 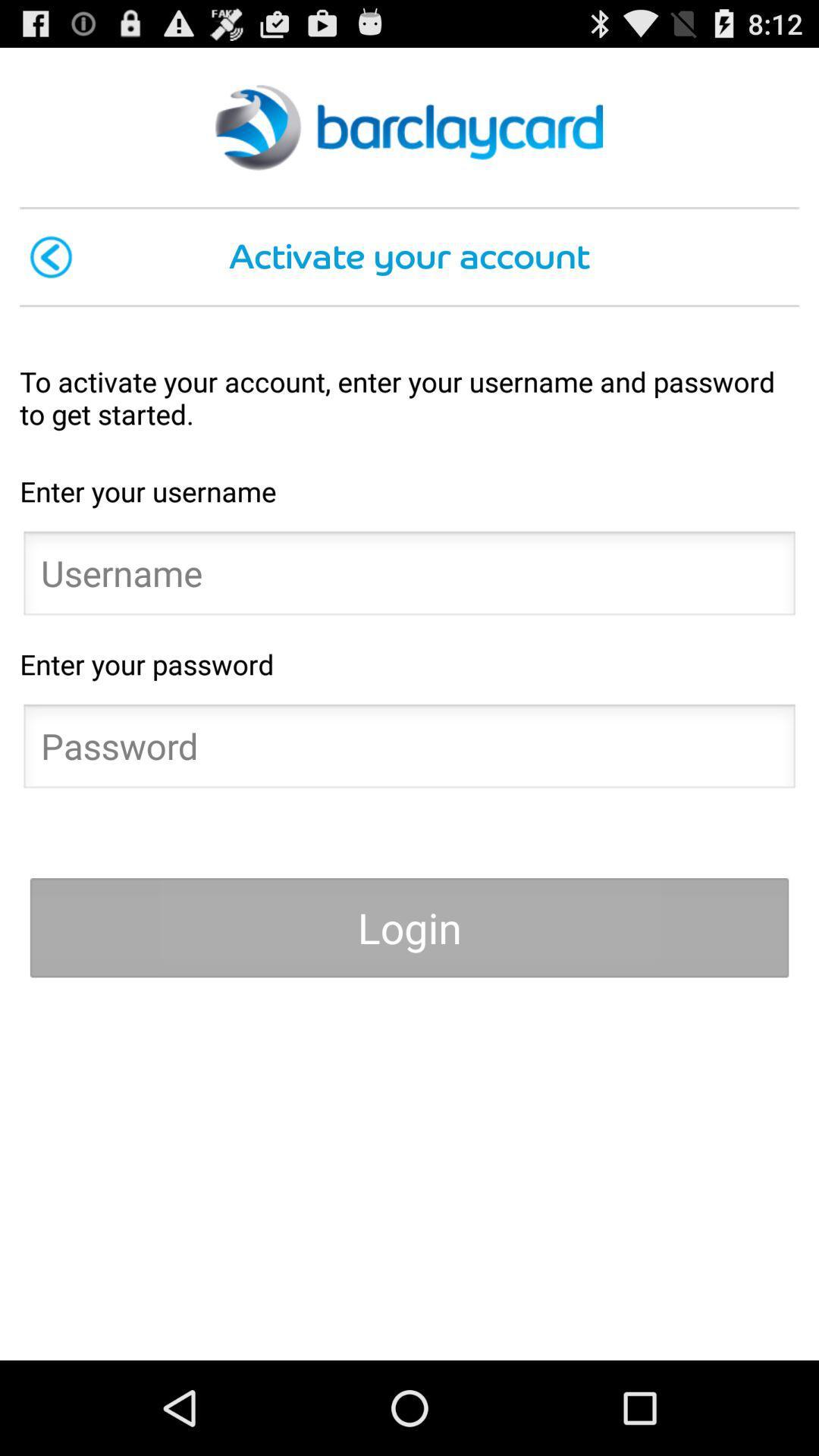 What do you see at coordinates (50, 275) in the screenshot?
I see `the arrow_backward icon` at bounding box center [50, 275].